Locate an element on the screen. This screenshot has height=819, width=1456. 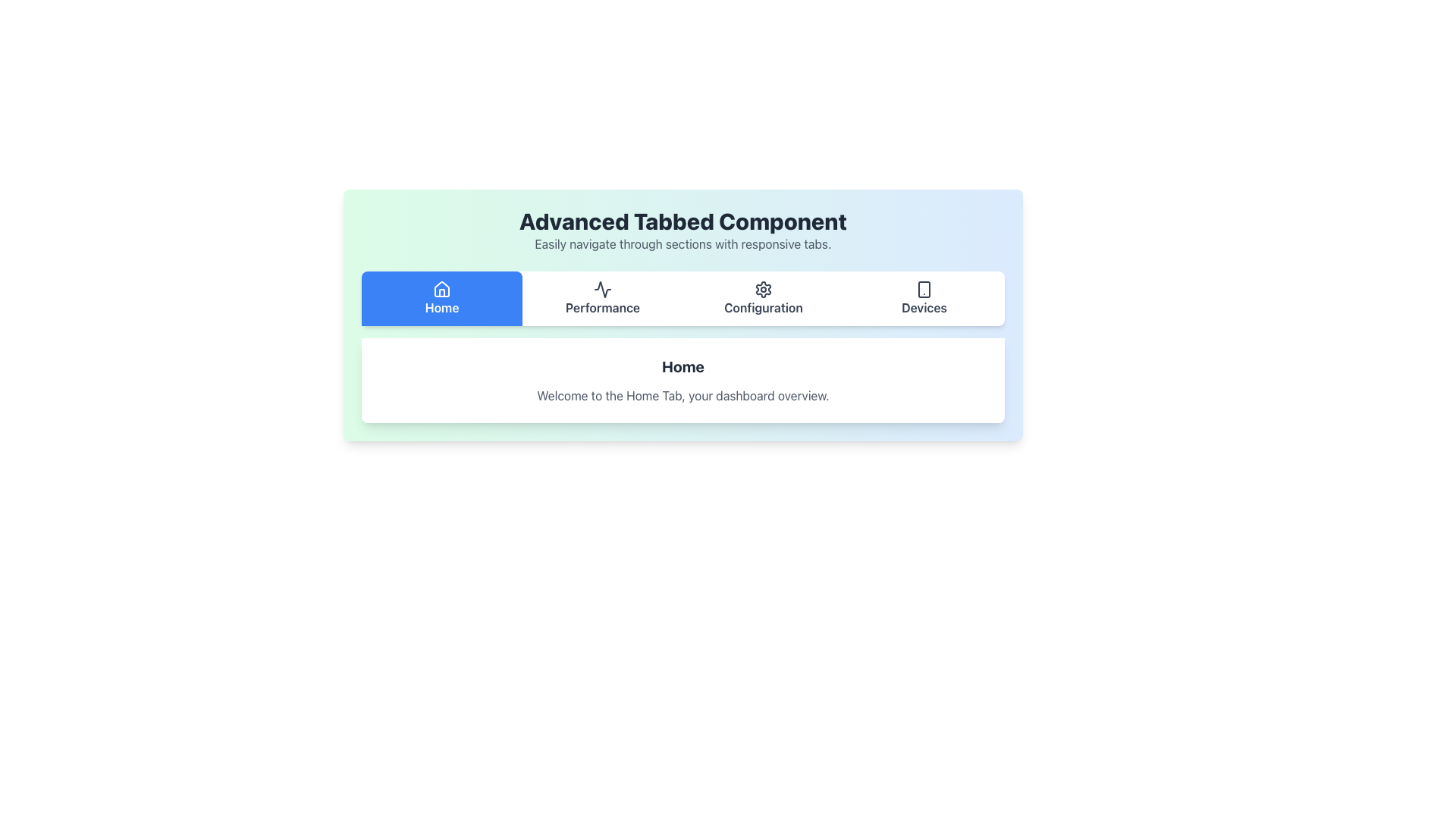
the 'Home' text label, which is displayed in white font on a blue background, located in the top-left navigation bar, below the house icon, to gather navigation cues is located at coordinates (441, 307).